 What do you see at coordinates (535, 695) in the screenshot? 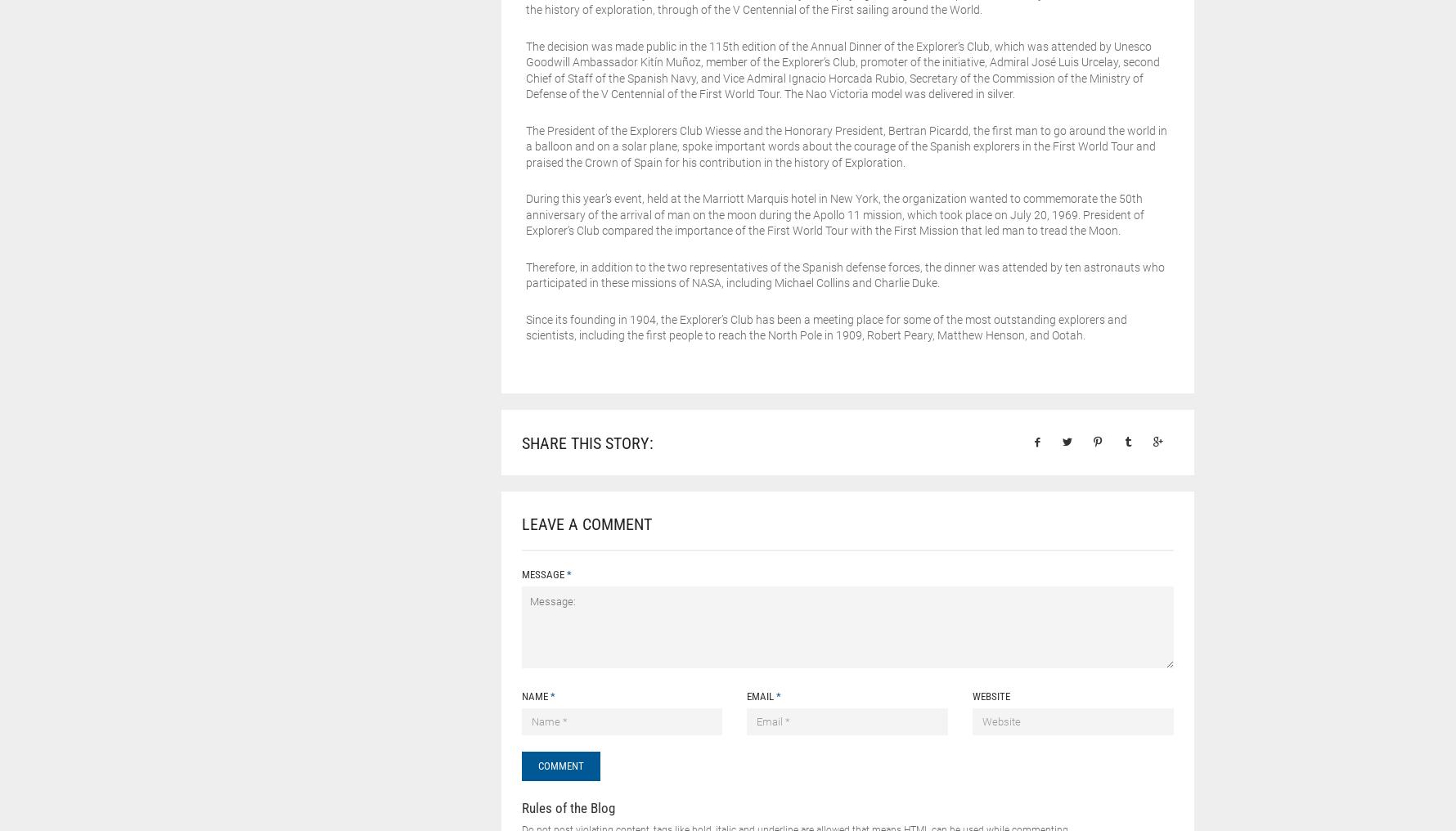
I see `'Name'` at bounding box center [535, 695].